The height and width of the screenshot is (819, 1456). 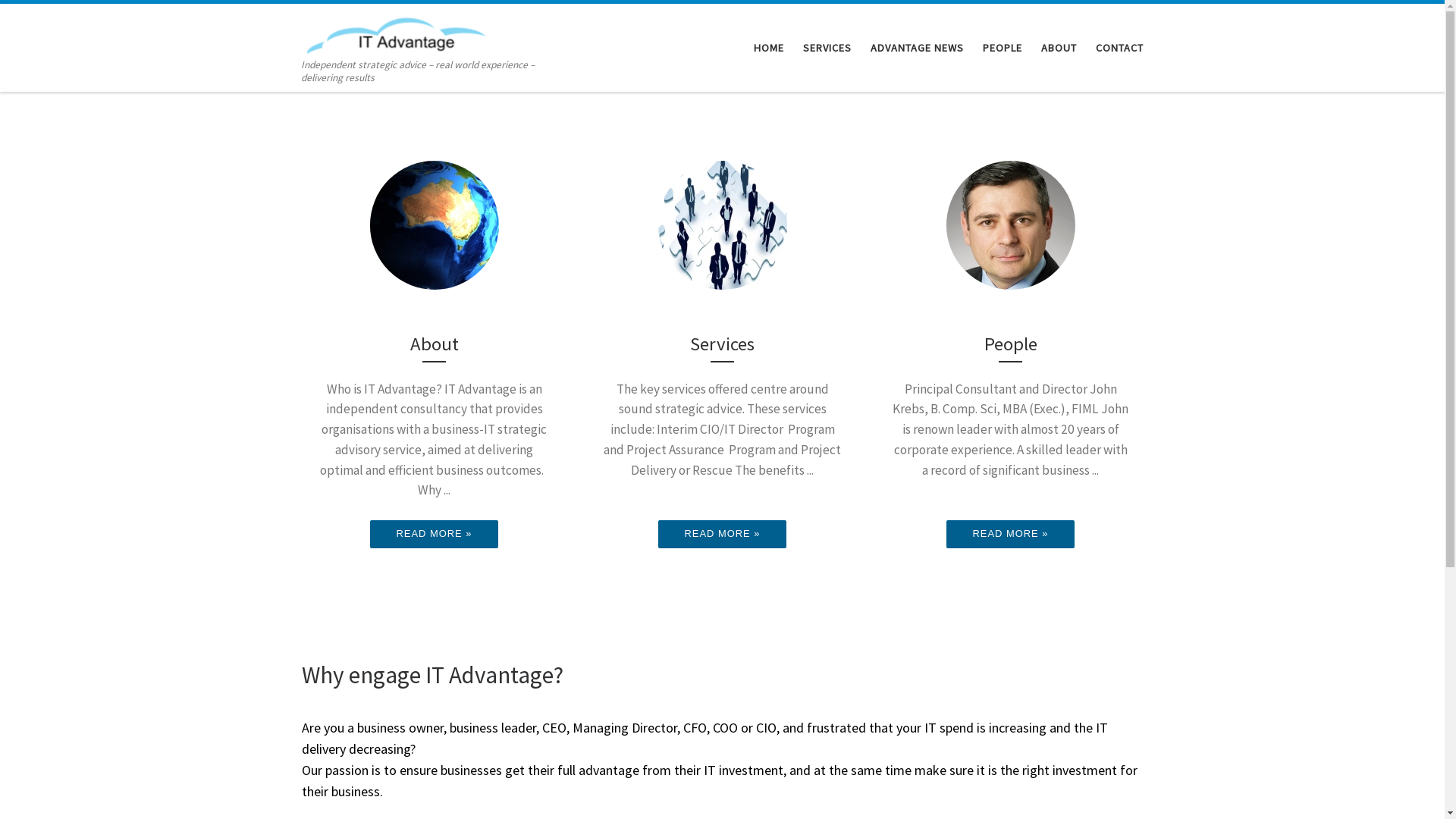 What do you see at coordinates (1058, 46) in the screenshot?
I see `'ABOUT'` at bounding box center [1058, 46].